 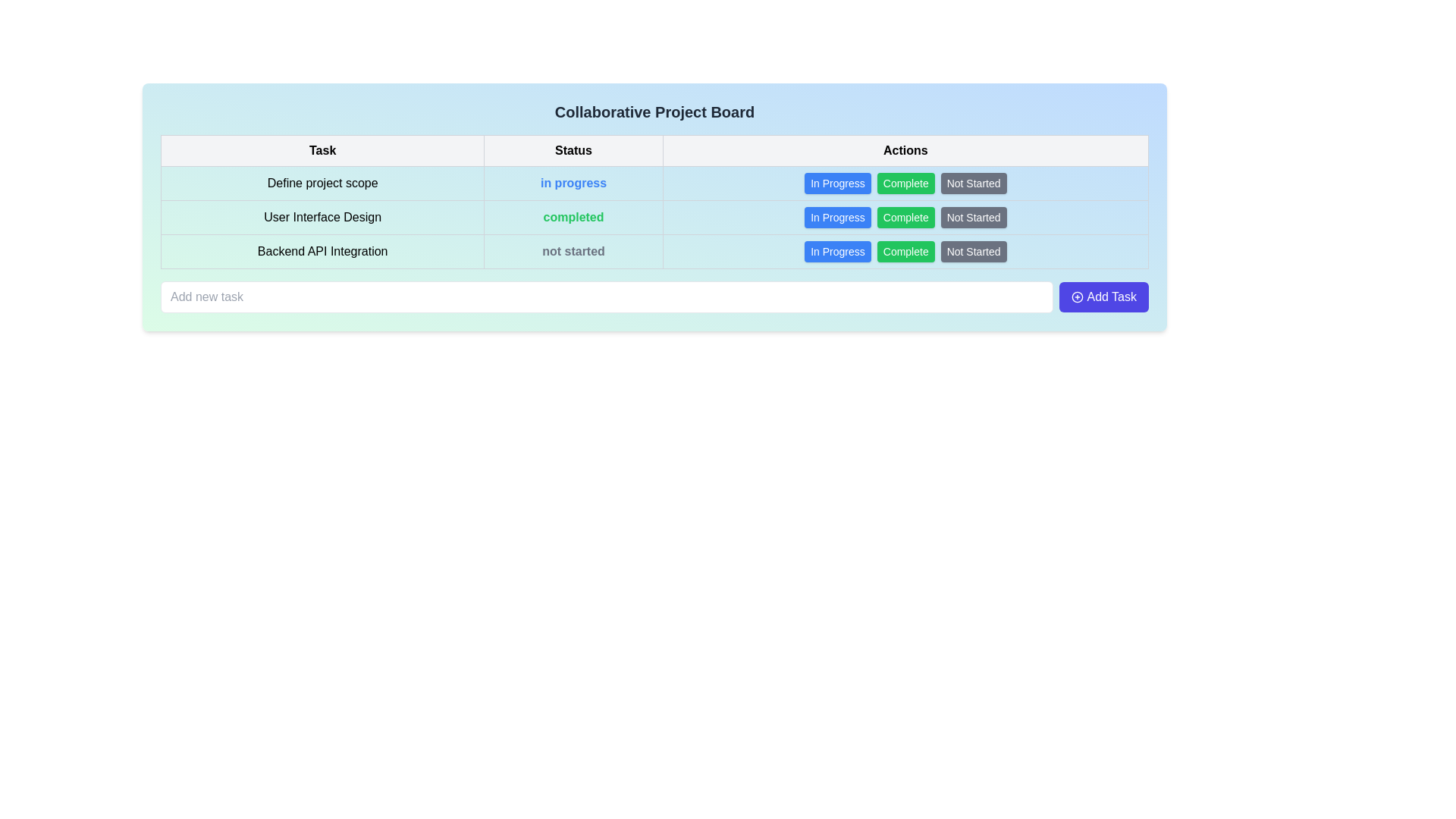 I want to click on the circular plus symbol SVG icon located inside the 'Add Task' button at the bottom-right corner of the interface, so click(x=1077, y=297).